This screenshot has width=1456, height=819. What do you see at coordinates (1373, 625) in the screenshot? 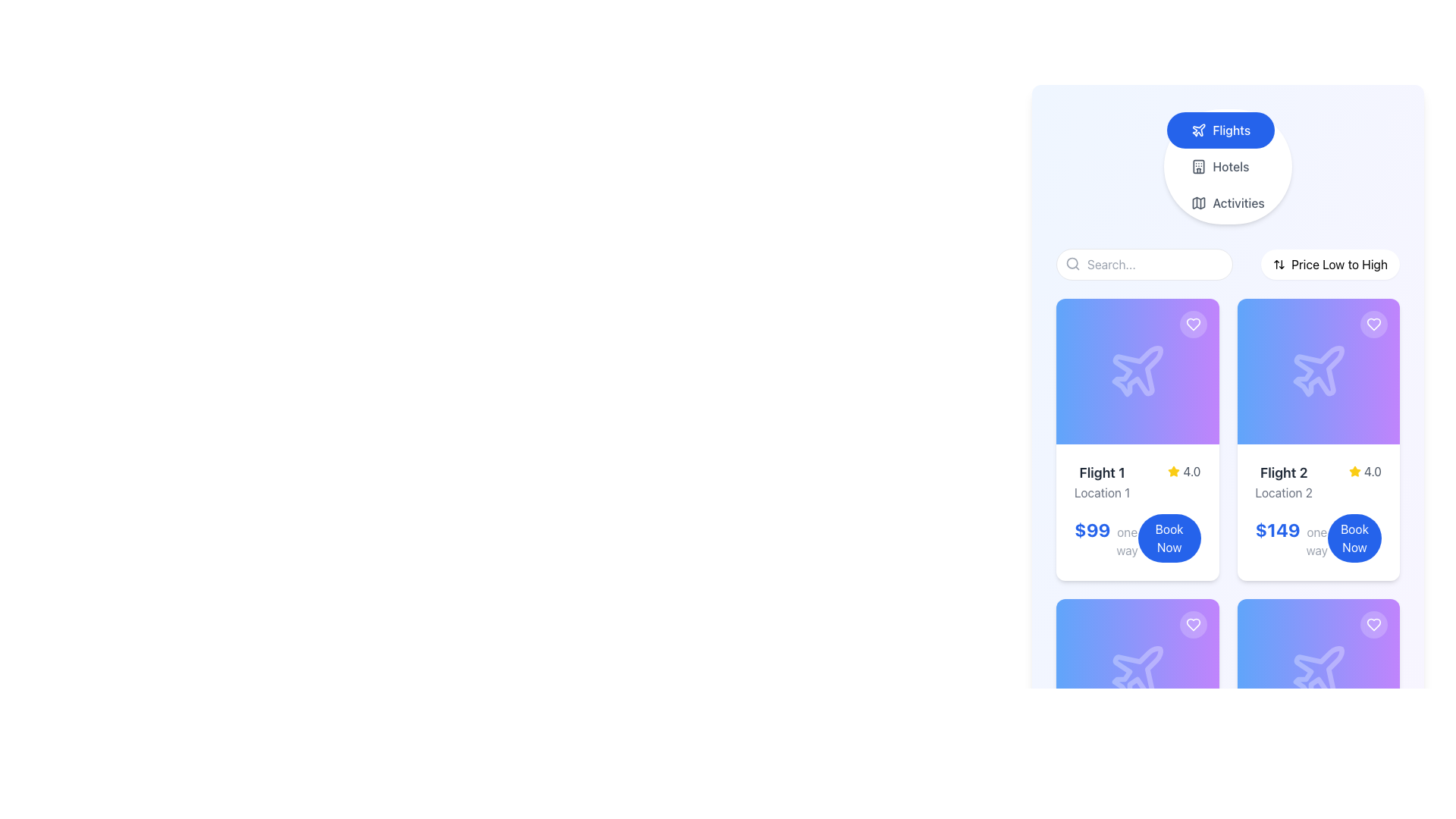
I see `the heart-shaped icon in the top-right corner of the second card in the second row` at bounding box center [1373, 625].